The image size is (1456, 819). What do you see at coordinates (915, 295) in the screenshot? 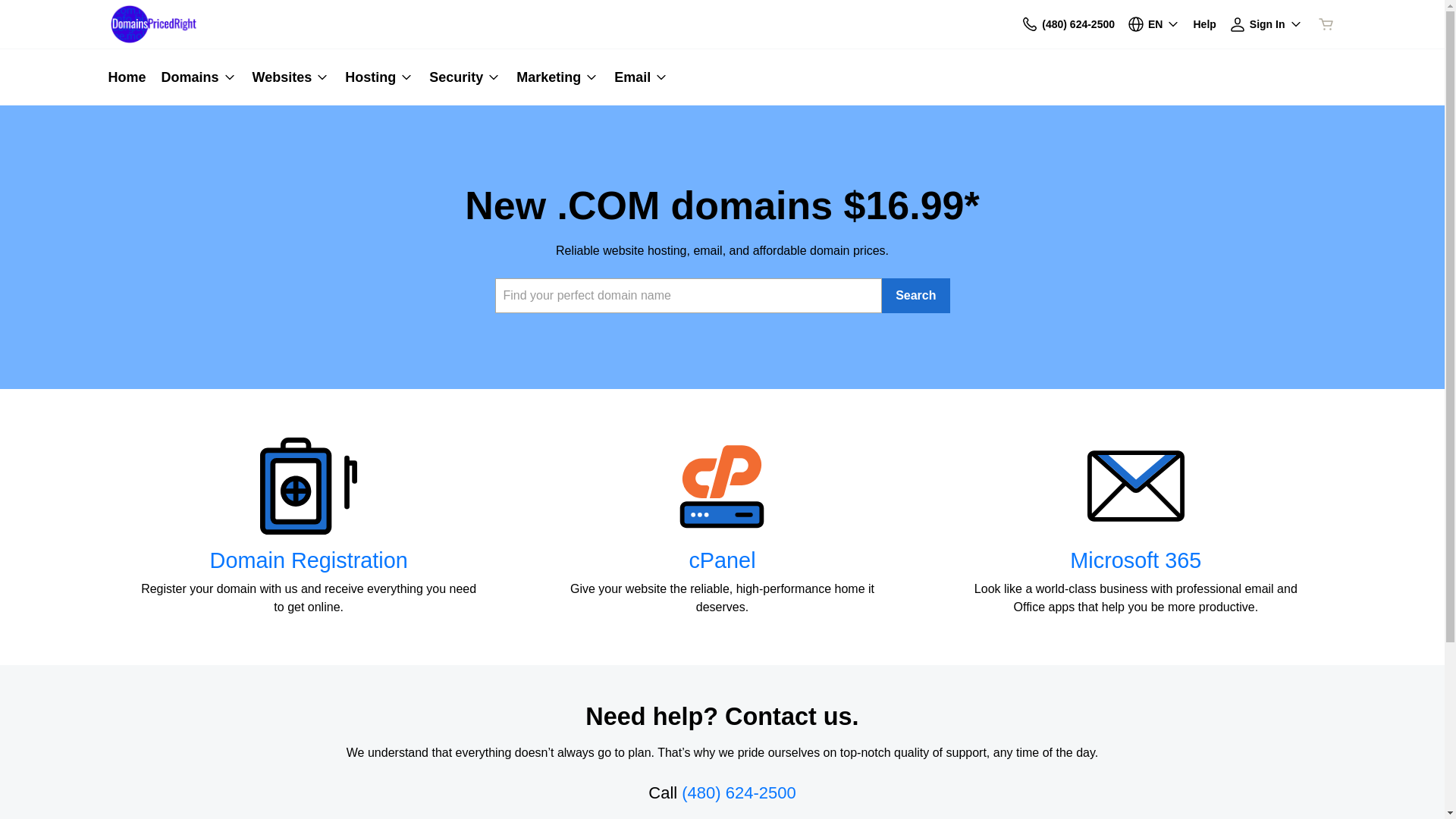
I see `'Search'` at bounding box center [915, 295].